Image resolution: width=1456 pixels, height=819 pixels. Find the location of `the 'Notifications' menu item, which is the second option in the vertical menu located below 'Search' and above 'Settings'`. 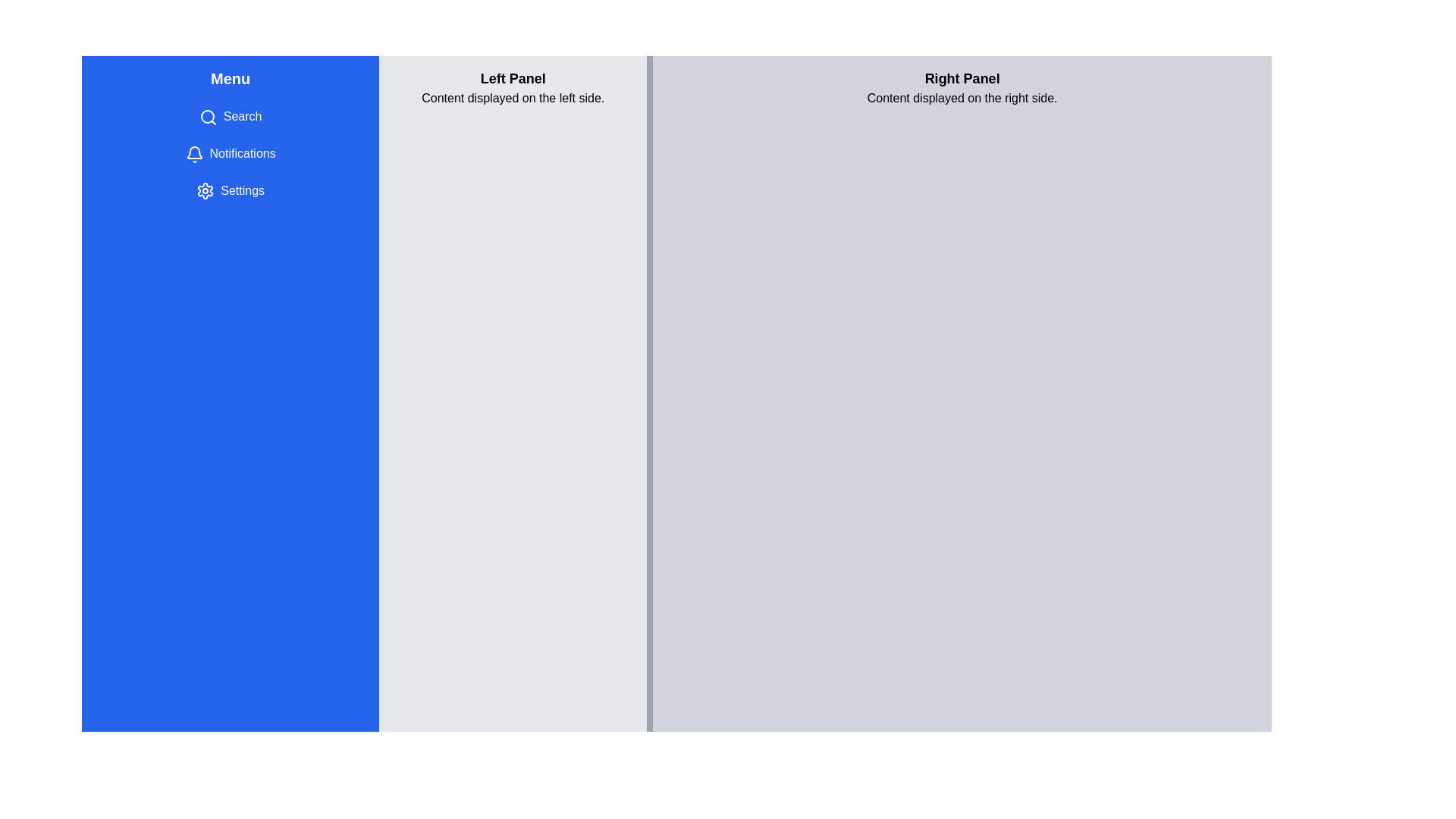

the 'Notifications' menu item, which is the second option in the vertical menu located below 'Search' and above 'Settings' is located at coordinates (230, 154).